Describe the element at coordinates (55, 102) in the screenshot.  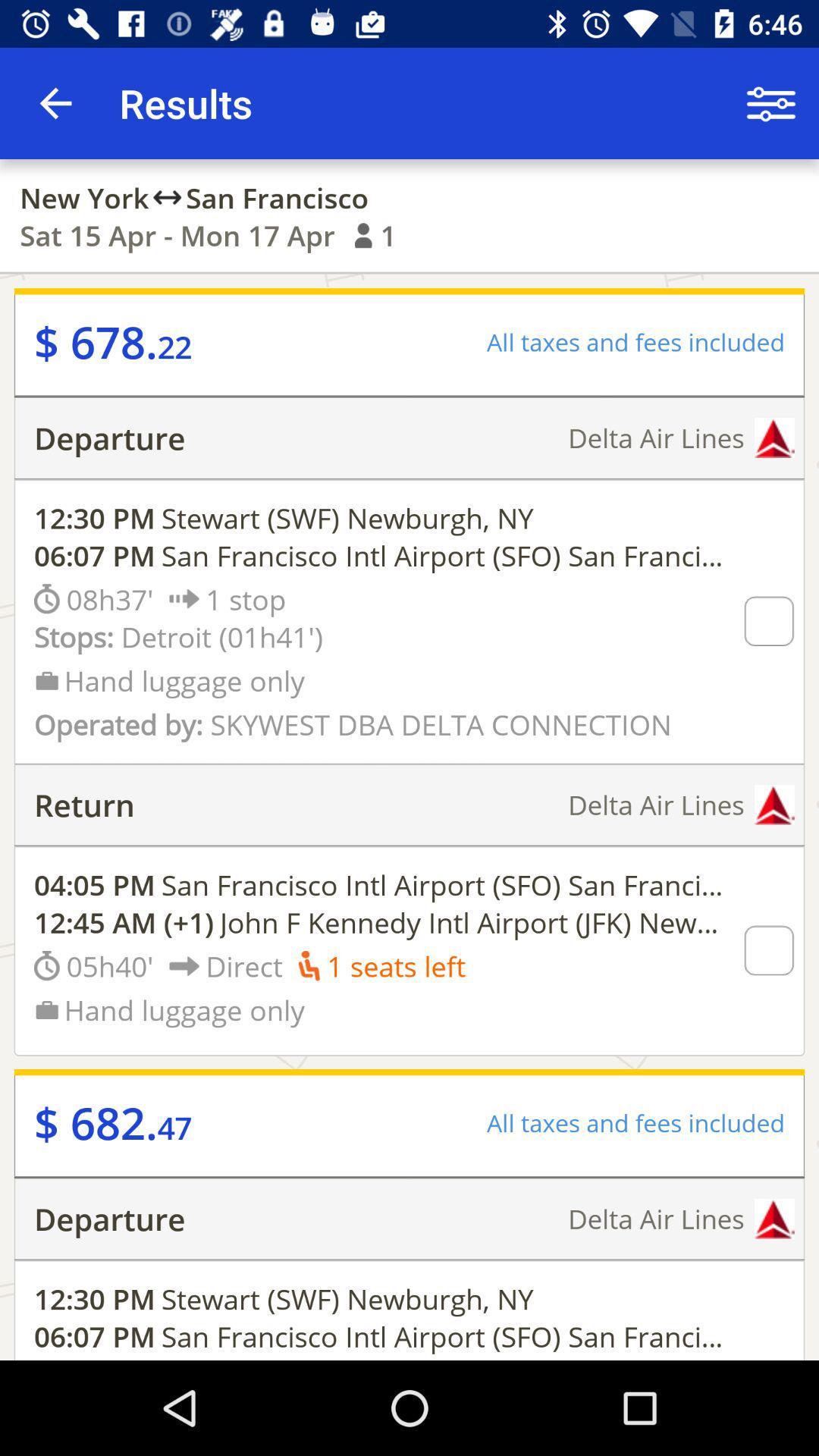
I see `the item above the new york icon` at that location.